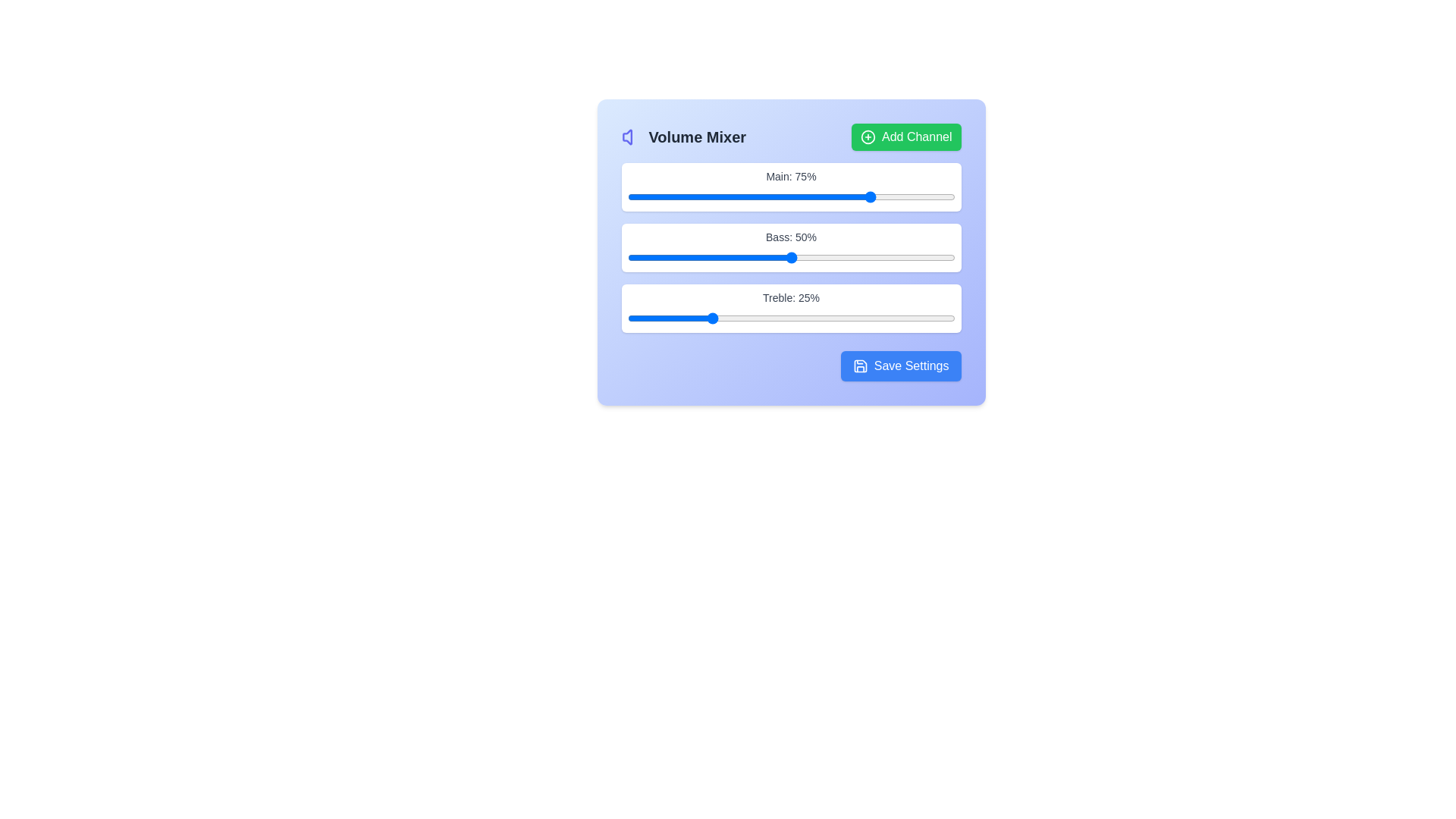  Describe the element at coordinates (912, 318) in the screenshot. I see `treble` at that location.